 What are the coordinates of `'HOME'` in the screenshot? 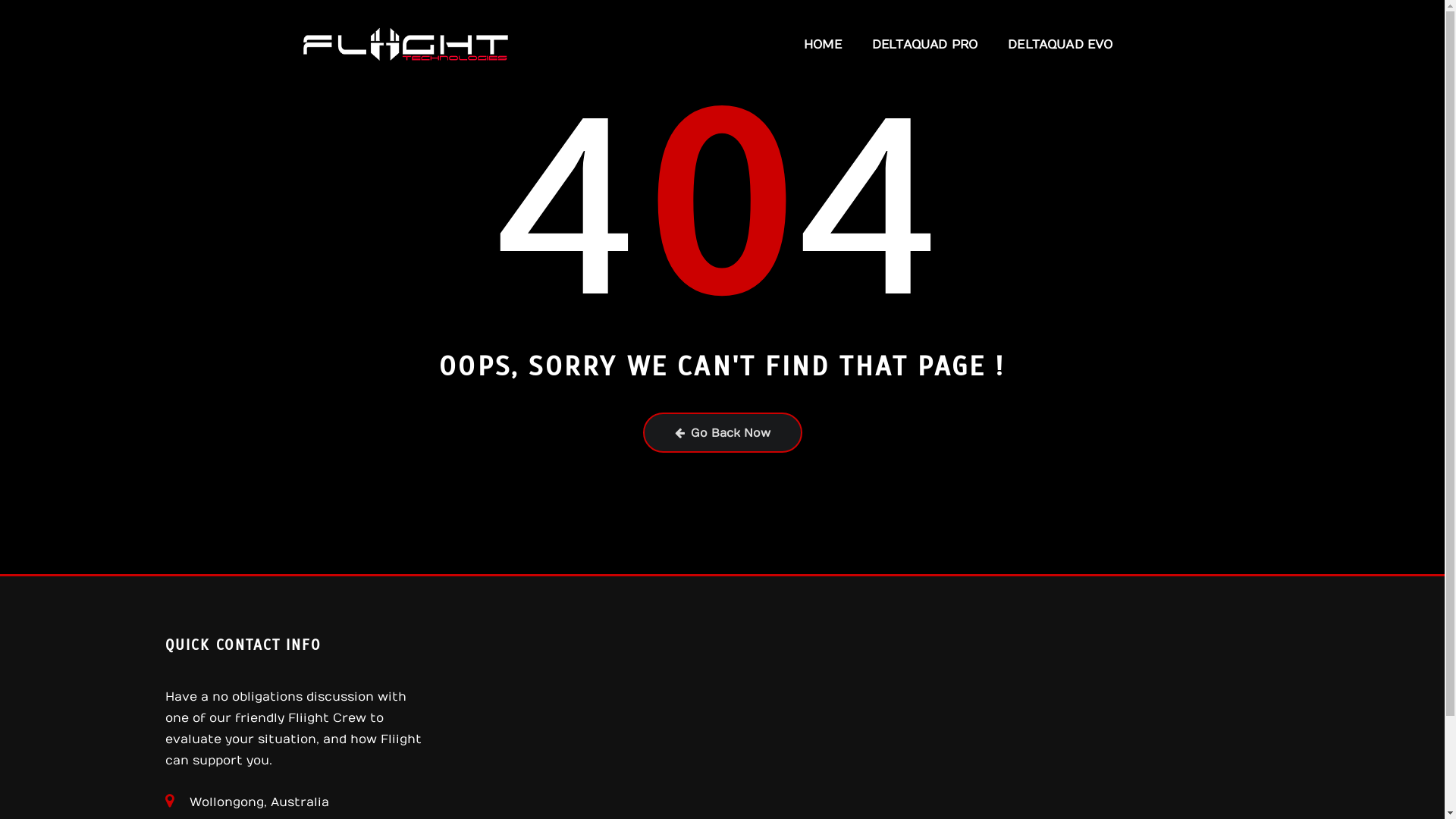 It's located at (821, 43).